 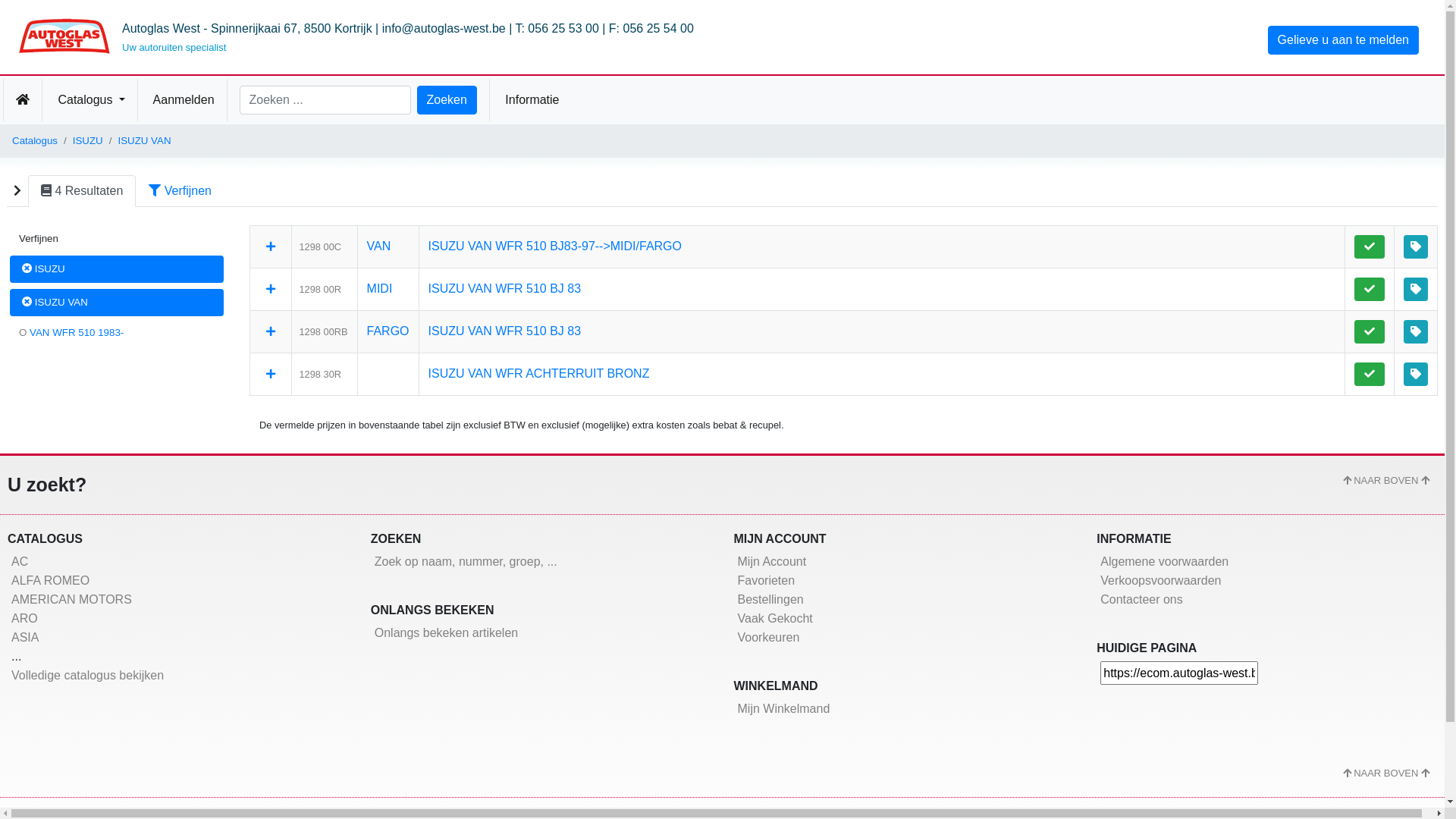 What do you see at coordinates (24, 618) in the screenshot?
I see `'ARO'` at bounding box center [24, 618].